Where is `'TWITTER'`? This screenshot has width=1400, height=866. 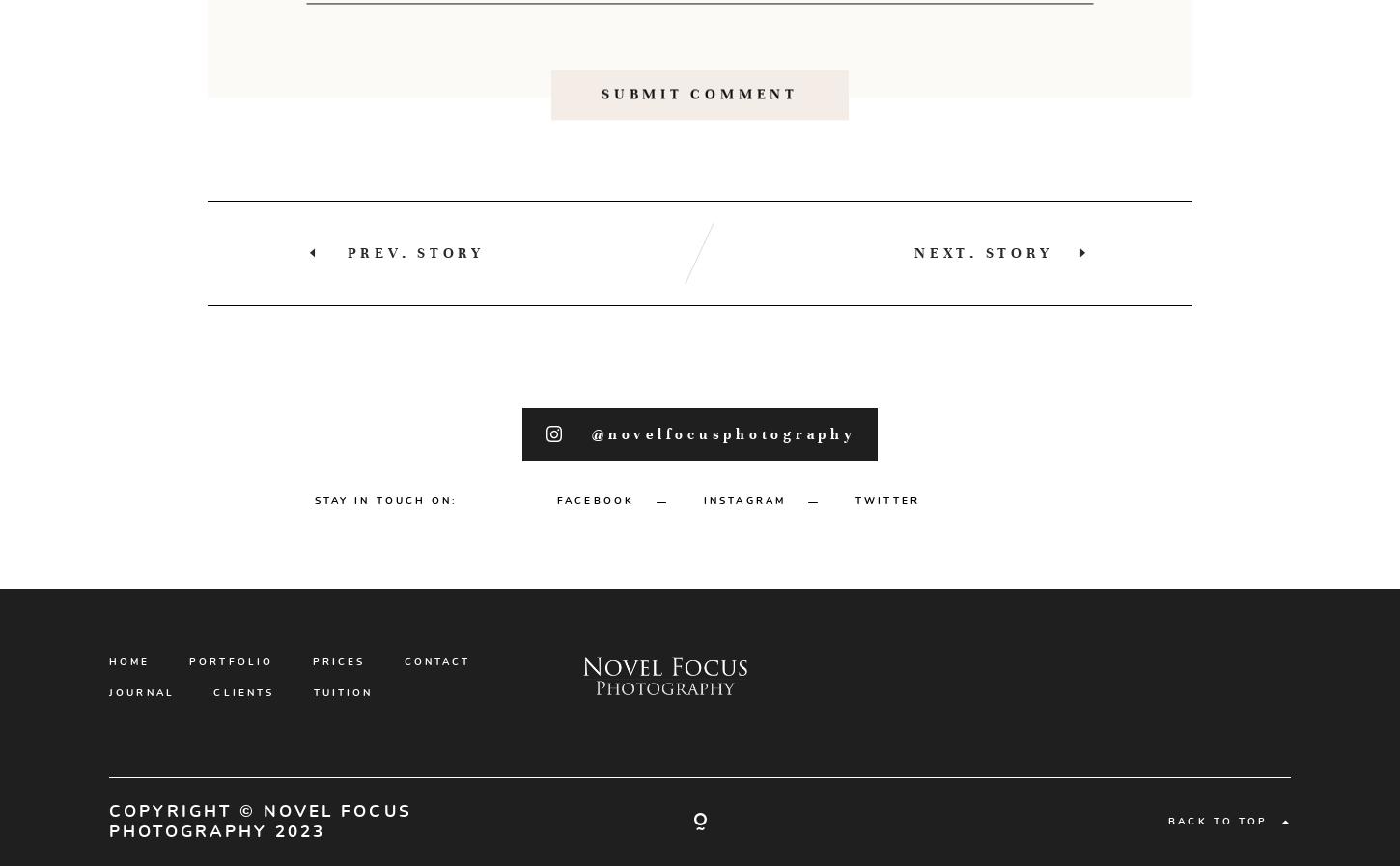 'TWITTER' is located at coordinates (886, 587).